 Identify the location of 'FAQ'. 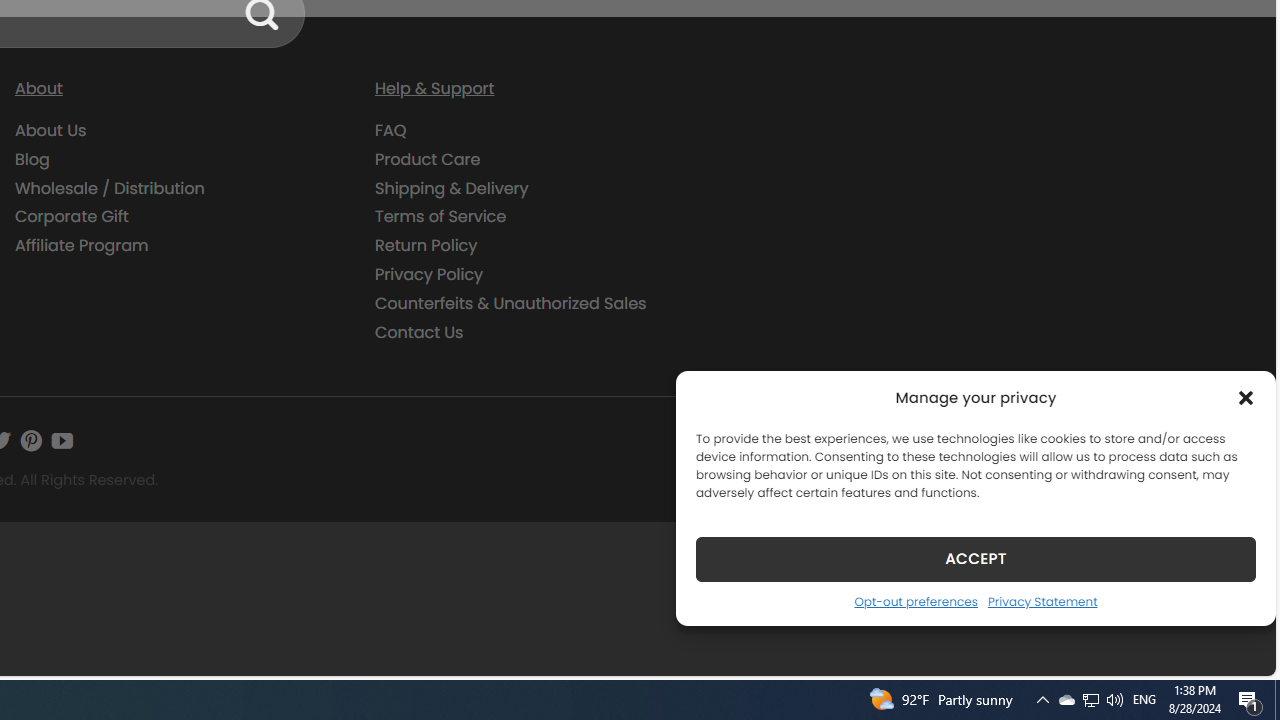
(540, 131).